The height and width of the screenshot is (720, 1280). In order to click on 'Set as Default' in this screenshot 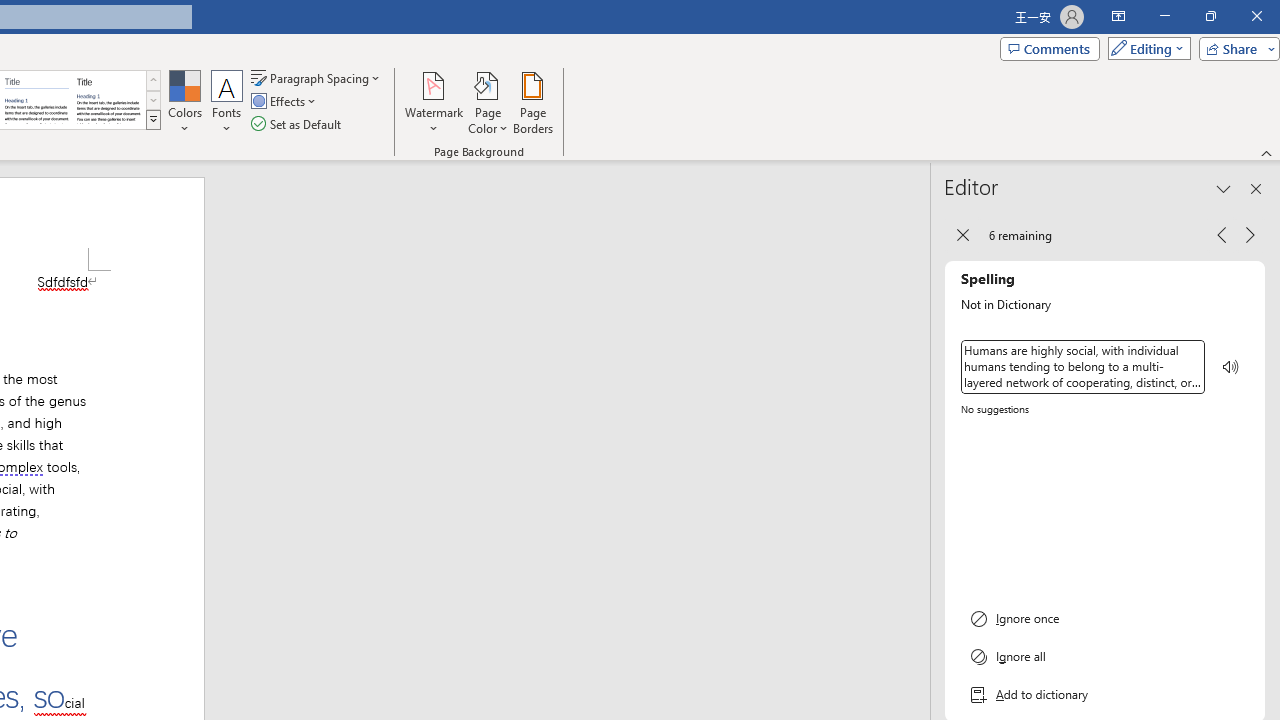, I will do `click(297, 124)`.